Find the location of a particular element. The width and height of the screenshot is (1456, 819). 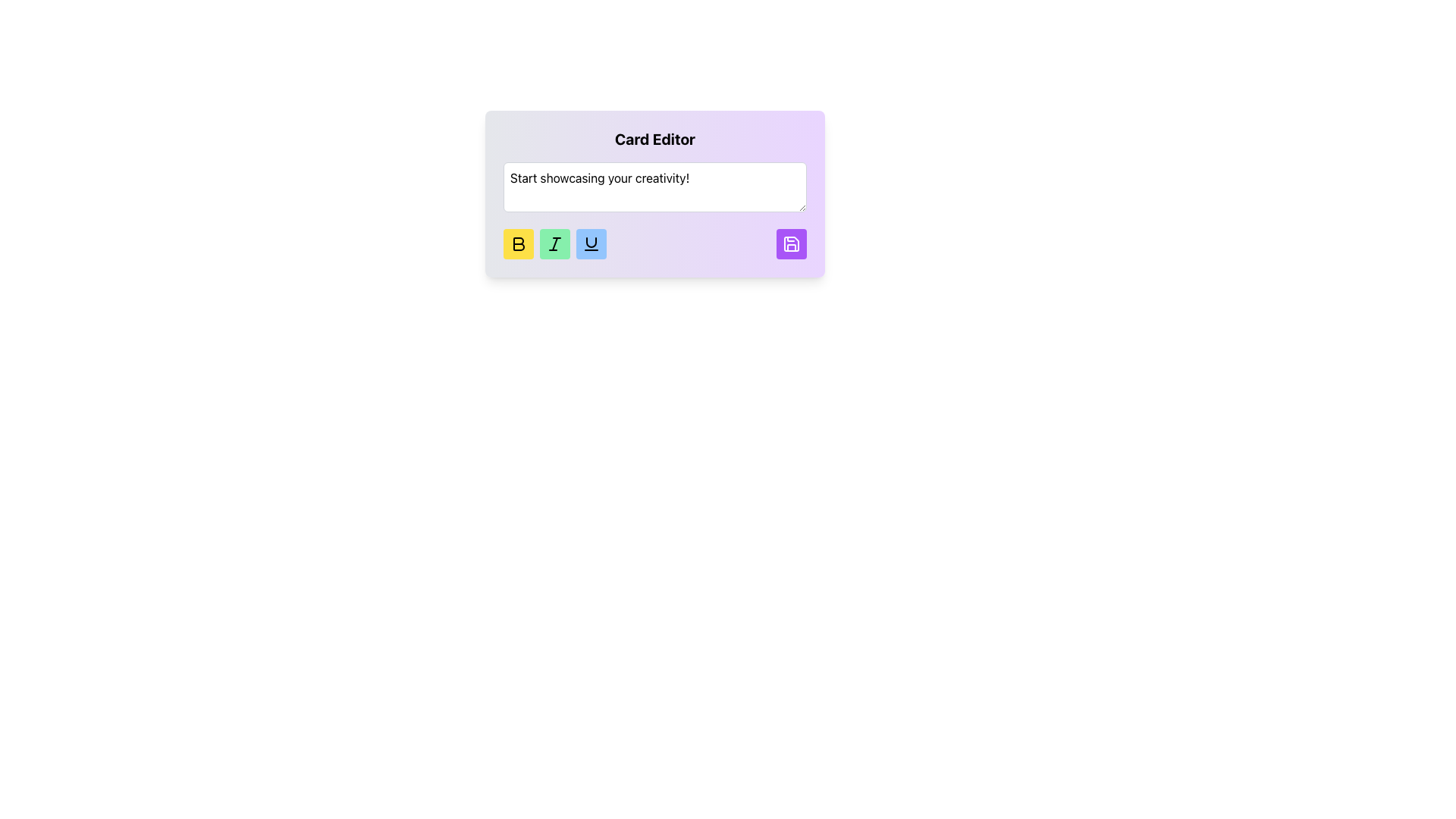

the second button from the left in the sequence of three buttons located at the bottom of the 'Card Editor' modal to apply italic styling to the selected text is located at coordinates (554, 243).